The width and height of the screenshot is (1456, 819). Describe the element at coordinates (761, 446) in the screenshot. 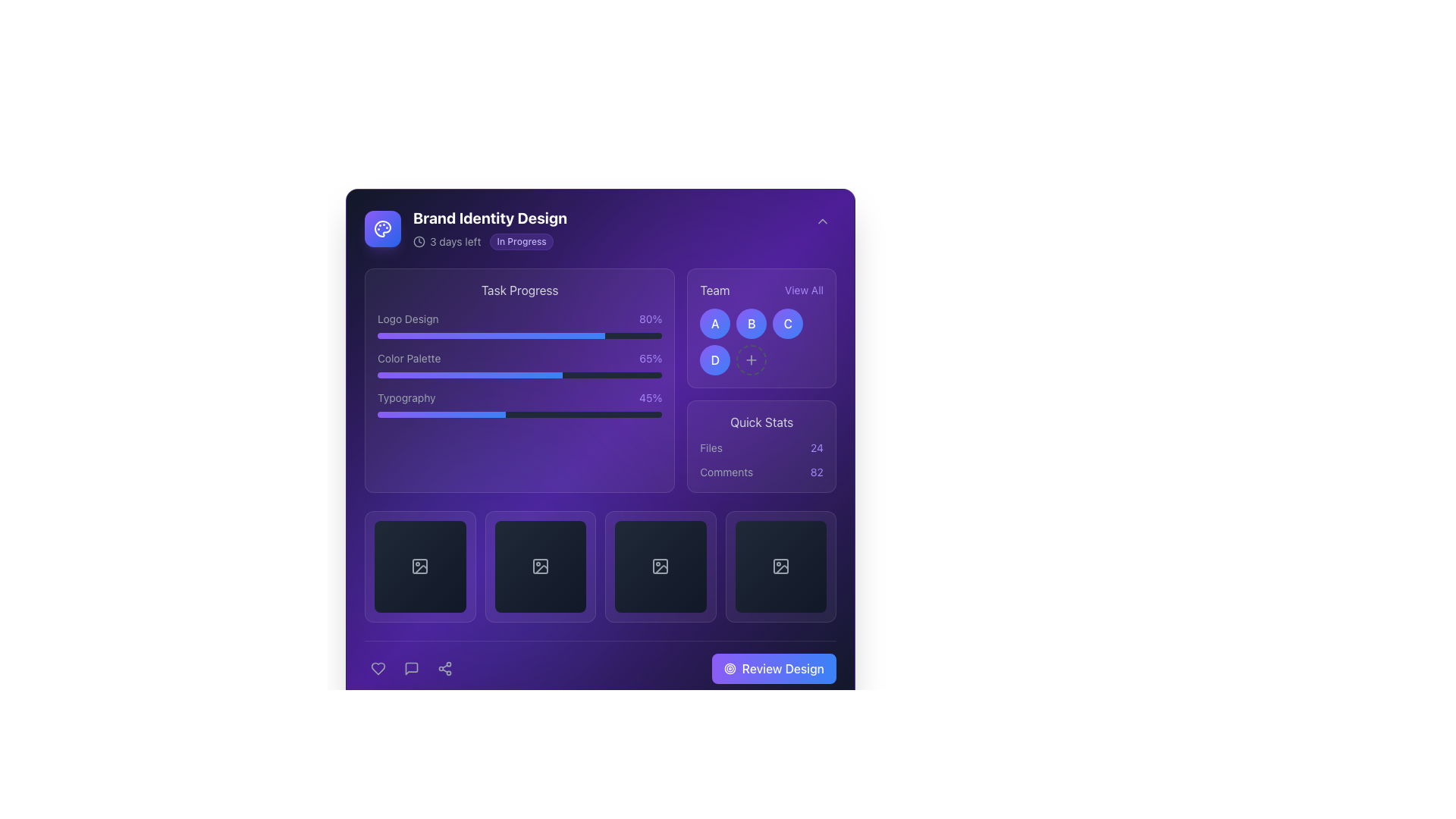

I see `text within the 'Quick Stats' informational display panel, which features a violet background and displays the statistics for 'Files' and 'Comments'` at that location.